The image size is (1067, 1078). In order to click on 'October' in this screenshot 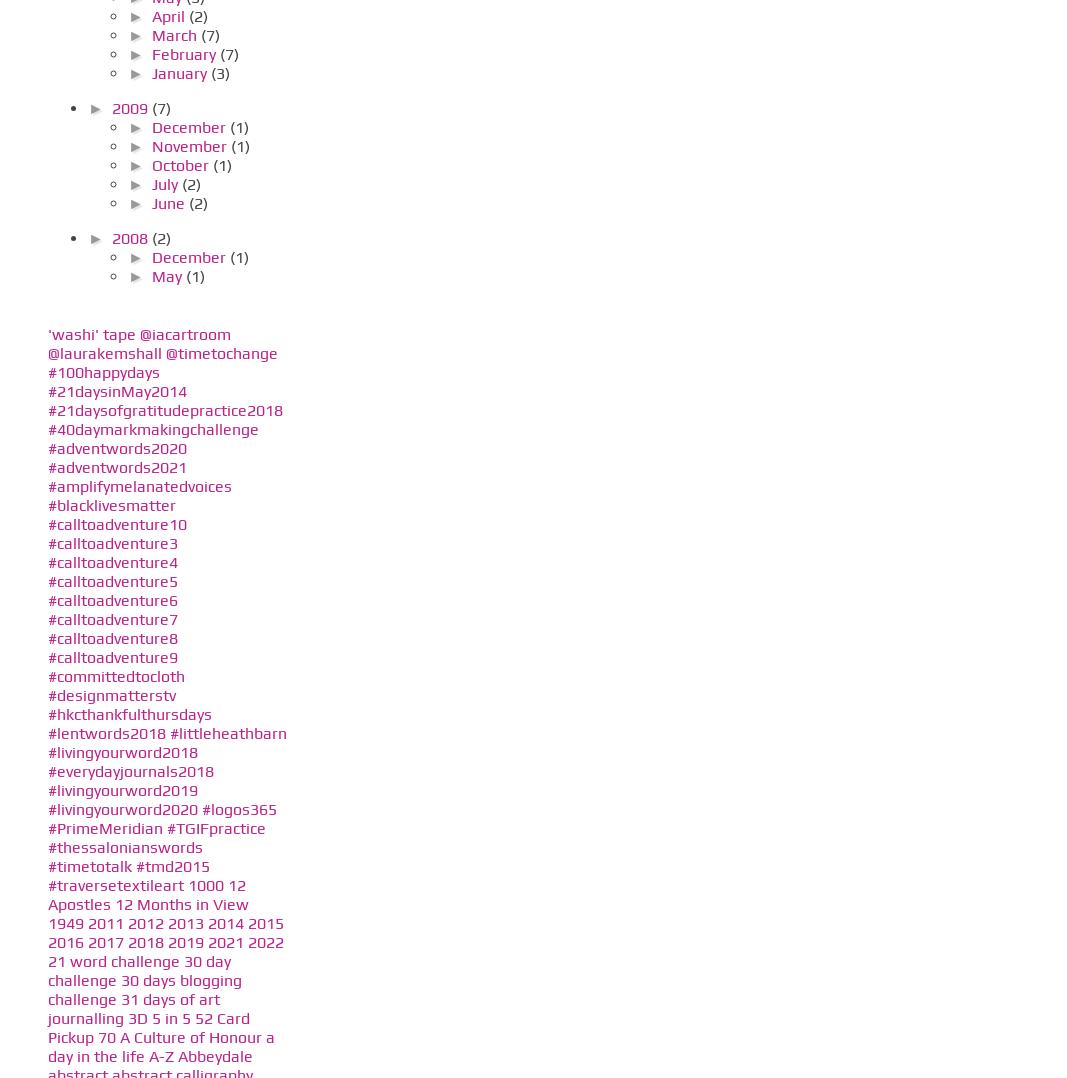, I will do `click(181, 164)`.